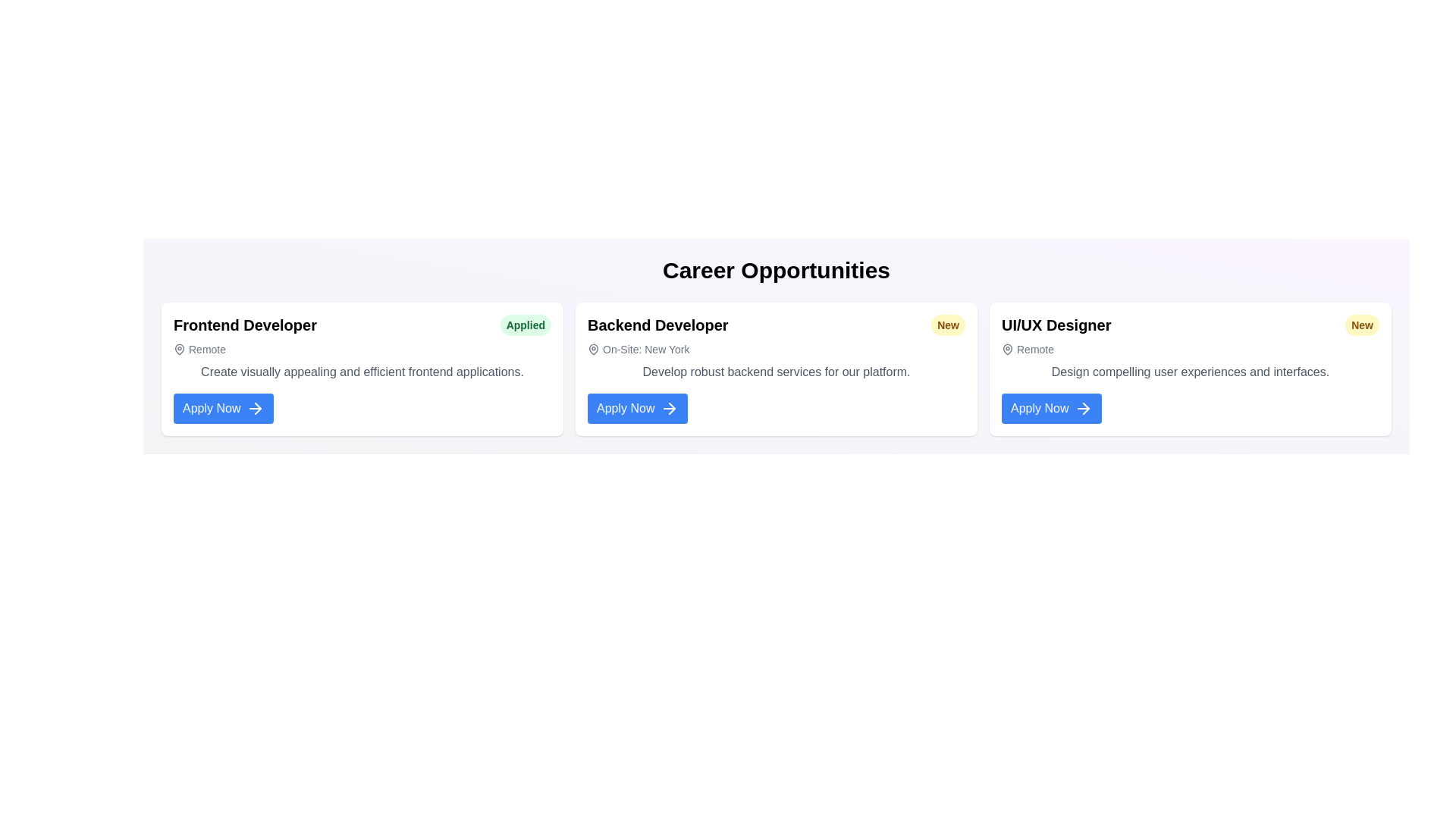  Describe the element at coordinates (179, 350) in the screenshot. I see `the 'Remote' job location icon located in the first job section titled 'Frontend Developer', positioned in the upper-left corner of the interface, to the left of the 'Remote' text` at that location.